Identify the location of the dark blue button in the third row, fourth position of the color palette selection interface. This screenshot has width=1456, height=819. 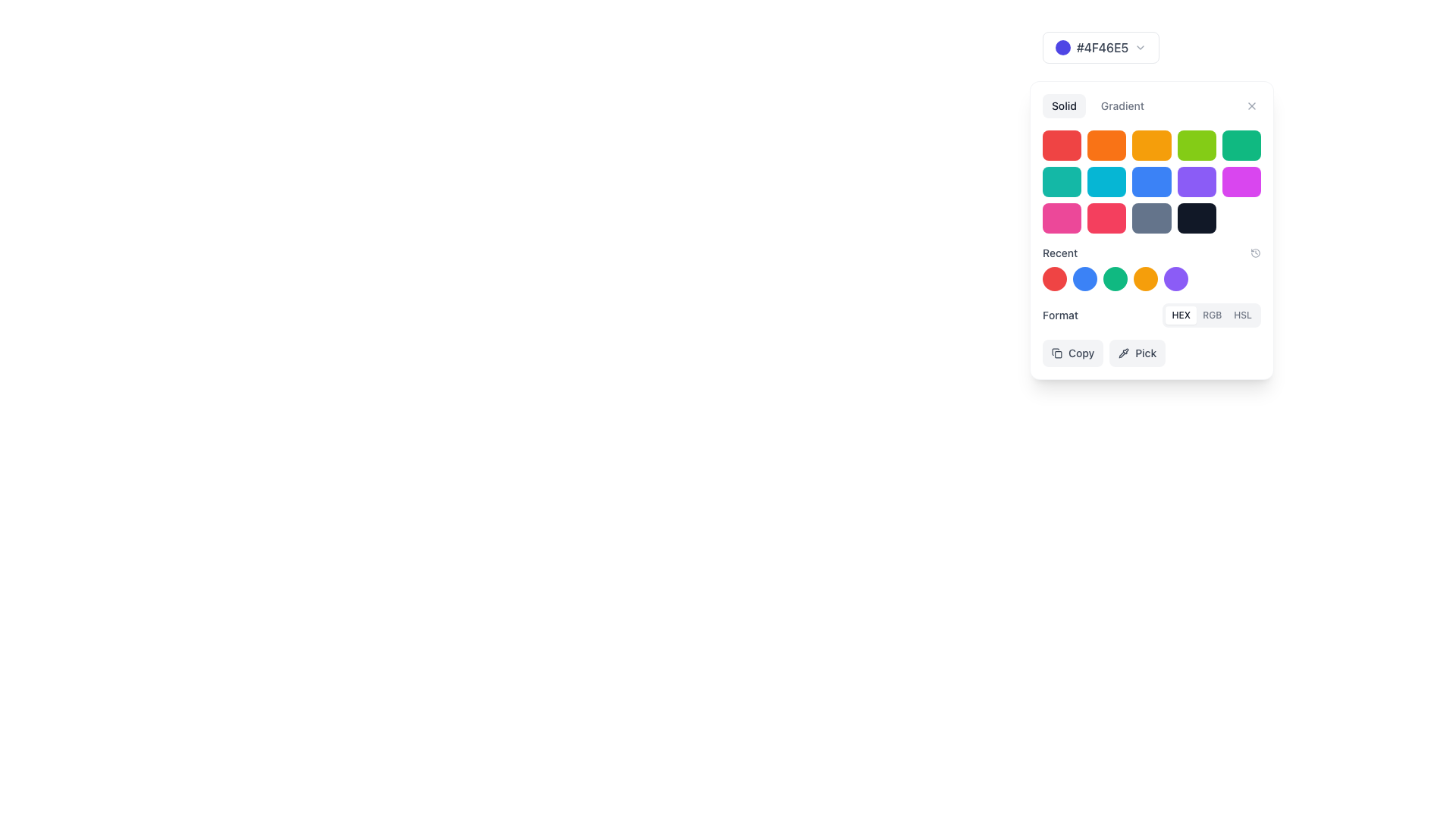
(1151, 231).